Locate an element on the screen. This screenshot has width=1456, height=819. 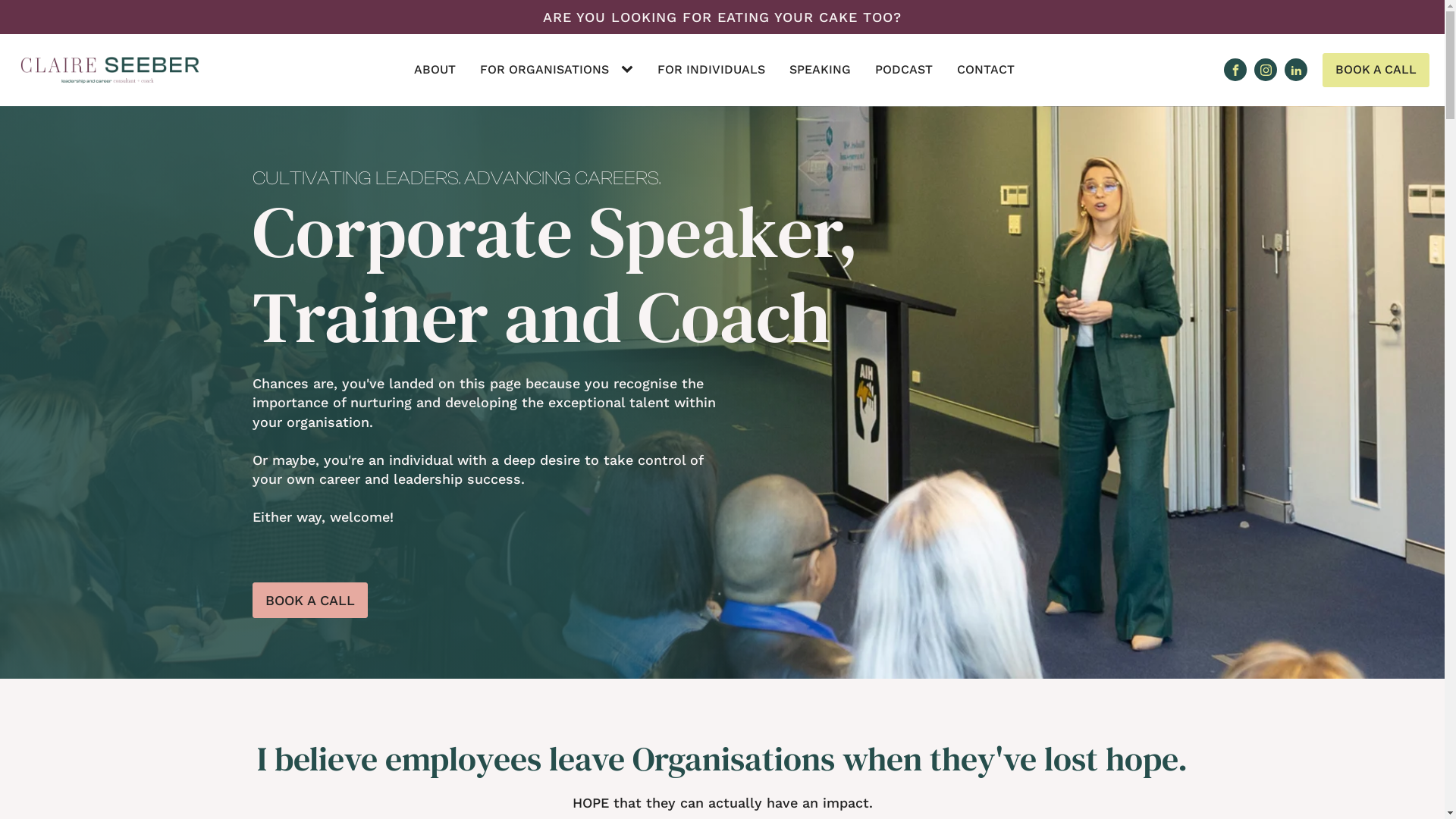
'CONTACT' is located at coordinates (986, 70).